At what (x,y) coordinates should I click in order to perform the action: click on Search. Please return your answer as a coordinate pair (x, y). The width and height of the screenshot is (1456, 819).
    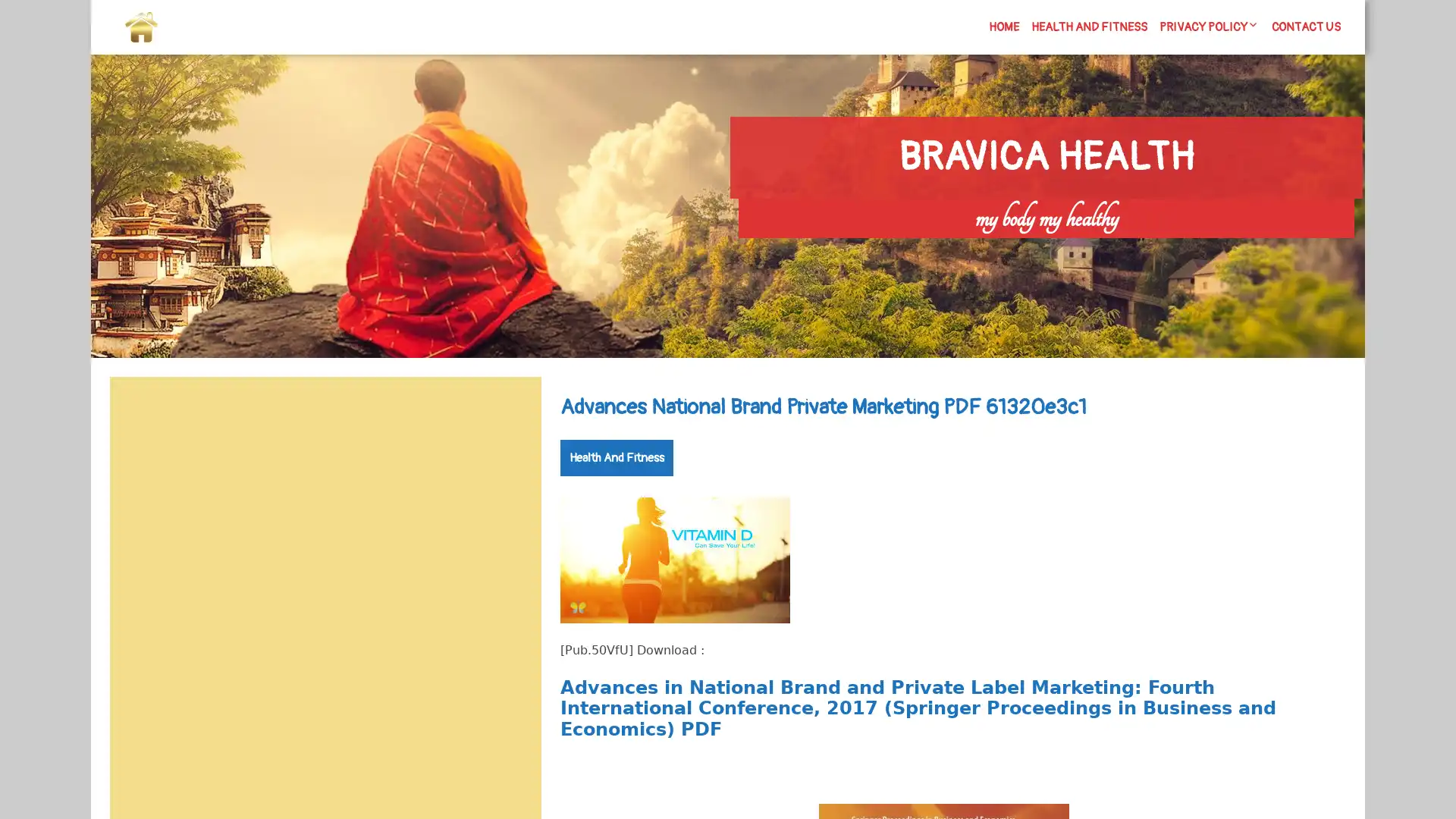
    Looking at the image, I should click on (1181, 248).